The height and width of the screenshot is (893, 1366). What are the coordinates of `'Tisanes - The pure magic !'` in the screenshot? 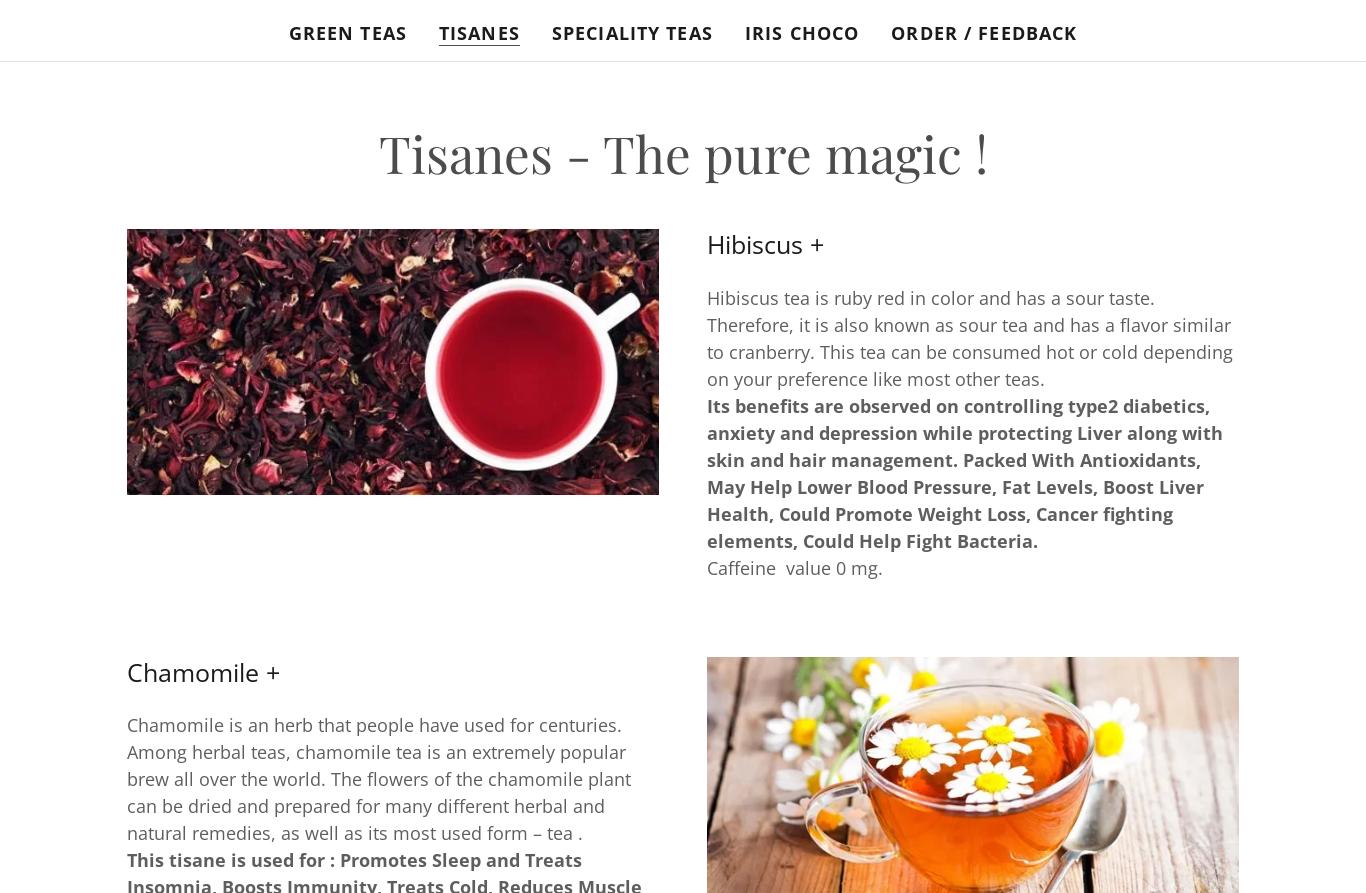 It's located at (681, 151).